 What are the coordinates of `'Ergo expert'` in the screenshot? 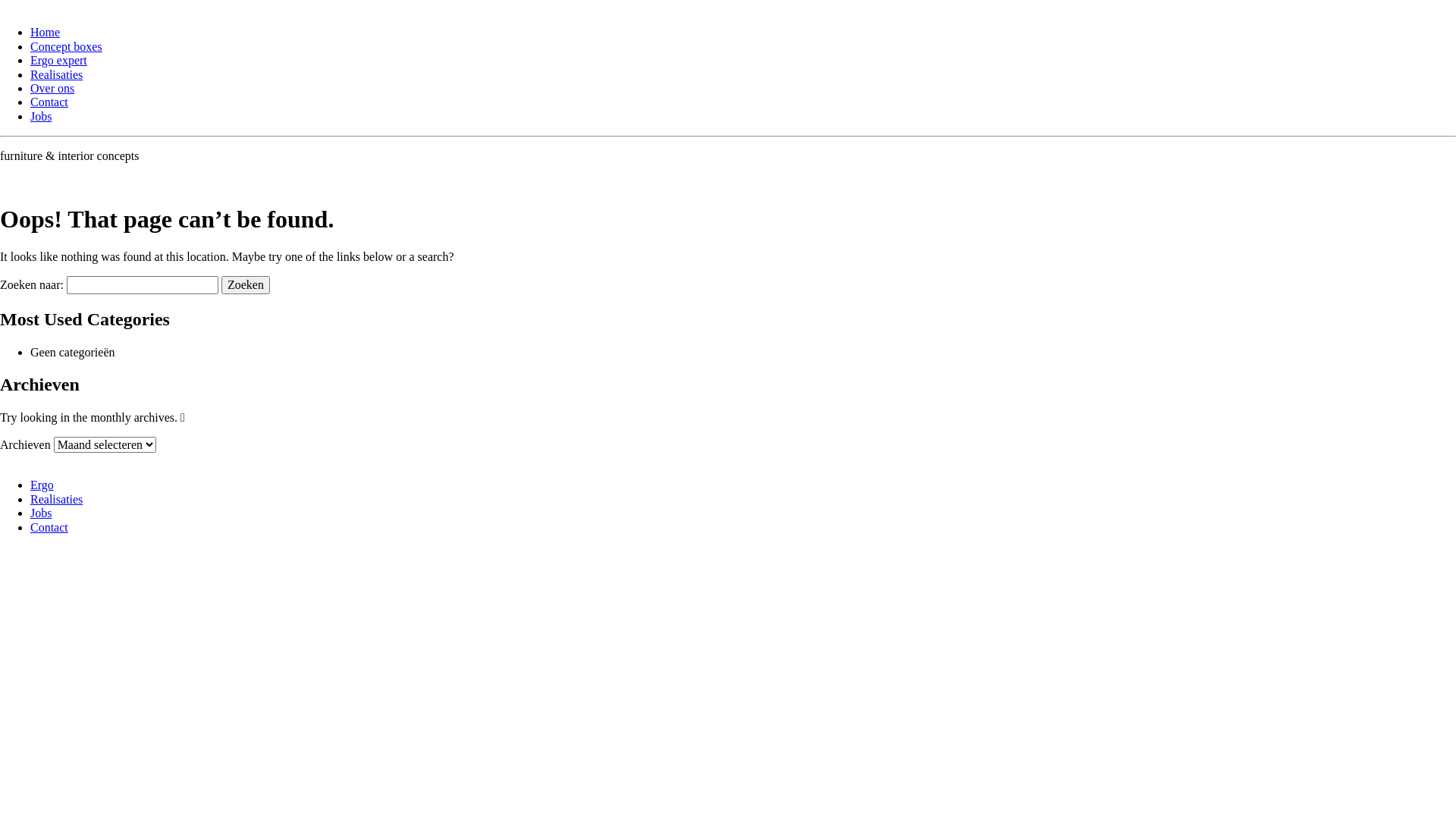 It's located at (58, 59).